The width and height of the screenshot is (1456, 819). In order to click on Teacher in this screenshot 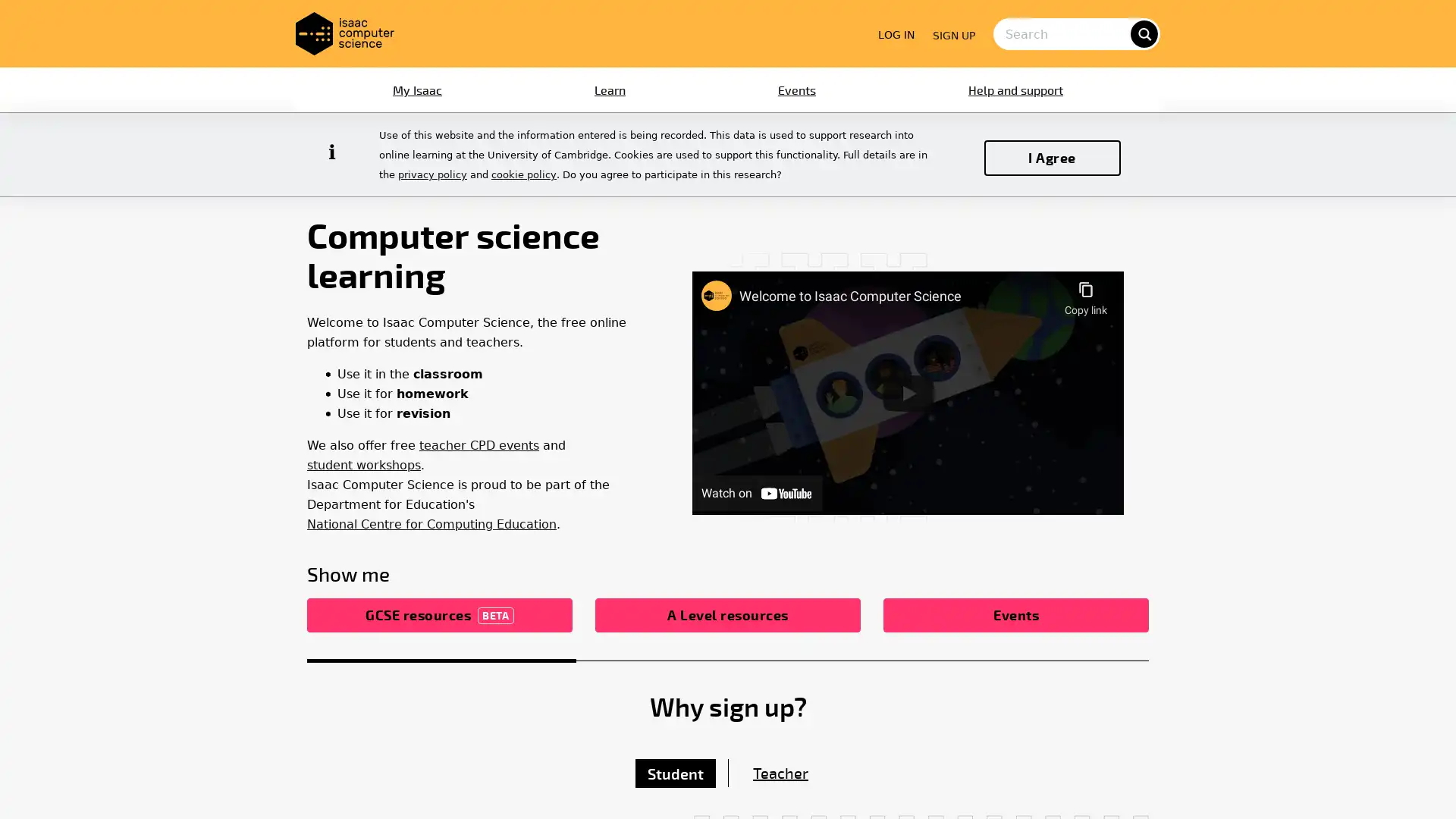, I will do `click(780, 772)`.